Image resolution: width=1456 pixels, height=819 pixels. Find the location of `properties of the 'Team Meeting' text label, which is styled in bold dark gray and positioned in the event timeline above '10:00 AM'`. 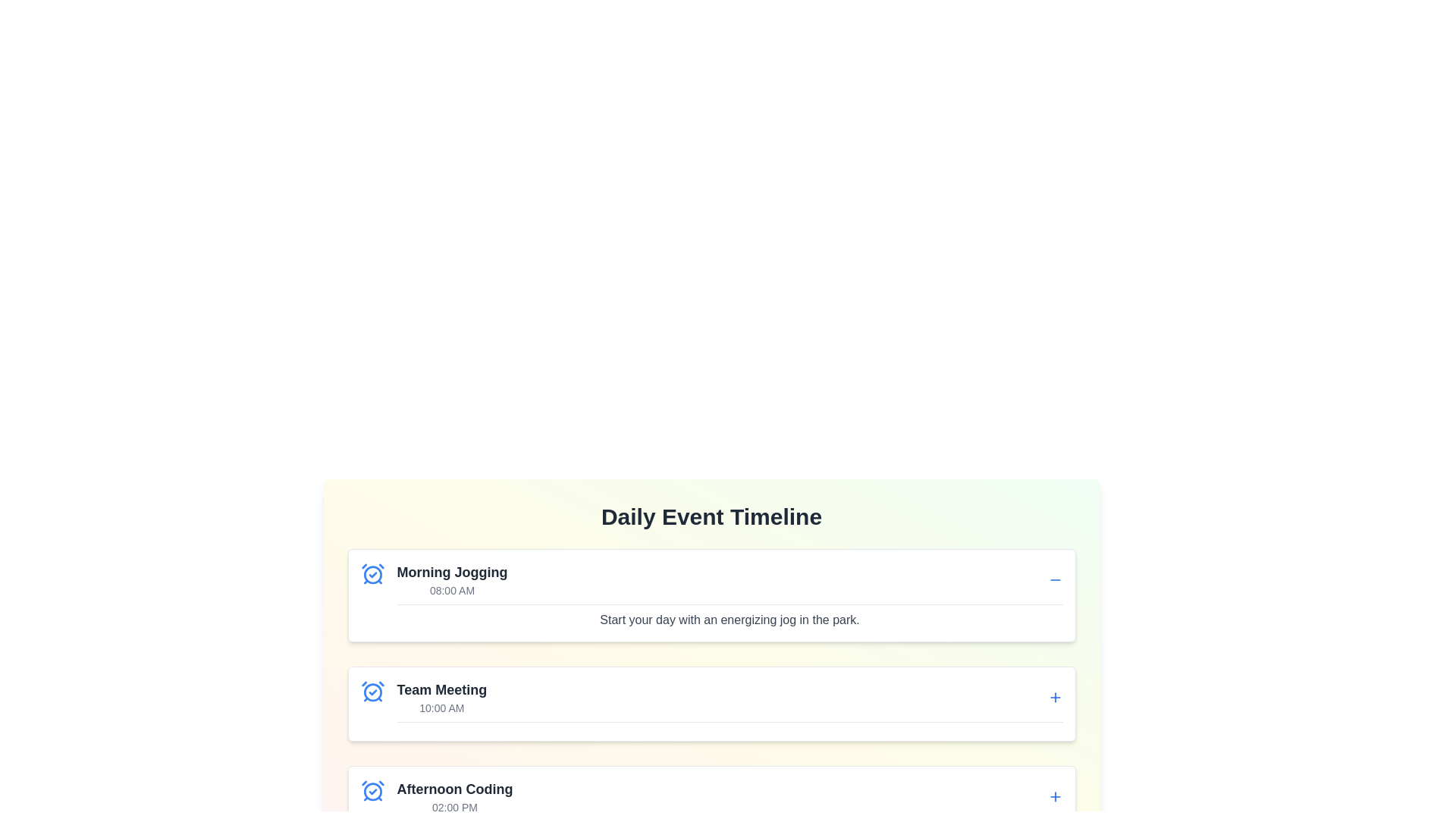

properties of the 'Team Meeting' text label, which is styled in bold dark gray and positioned in the event timeline above '10:00 AM' is located at coordinates (441, 690).